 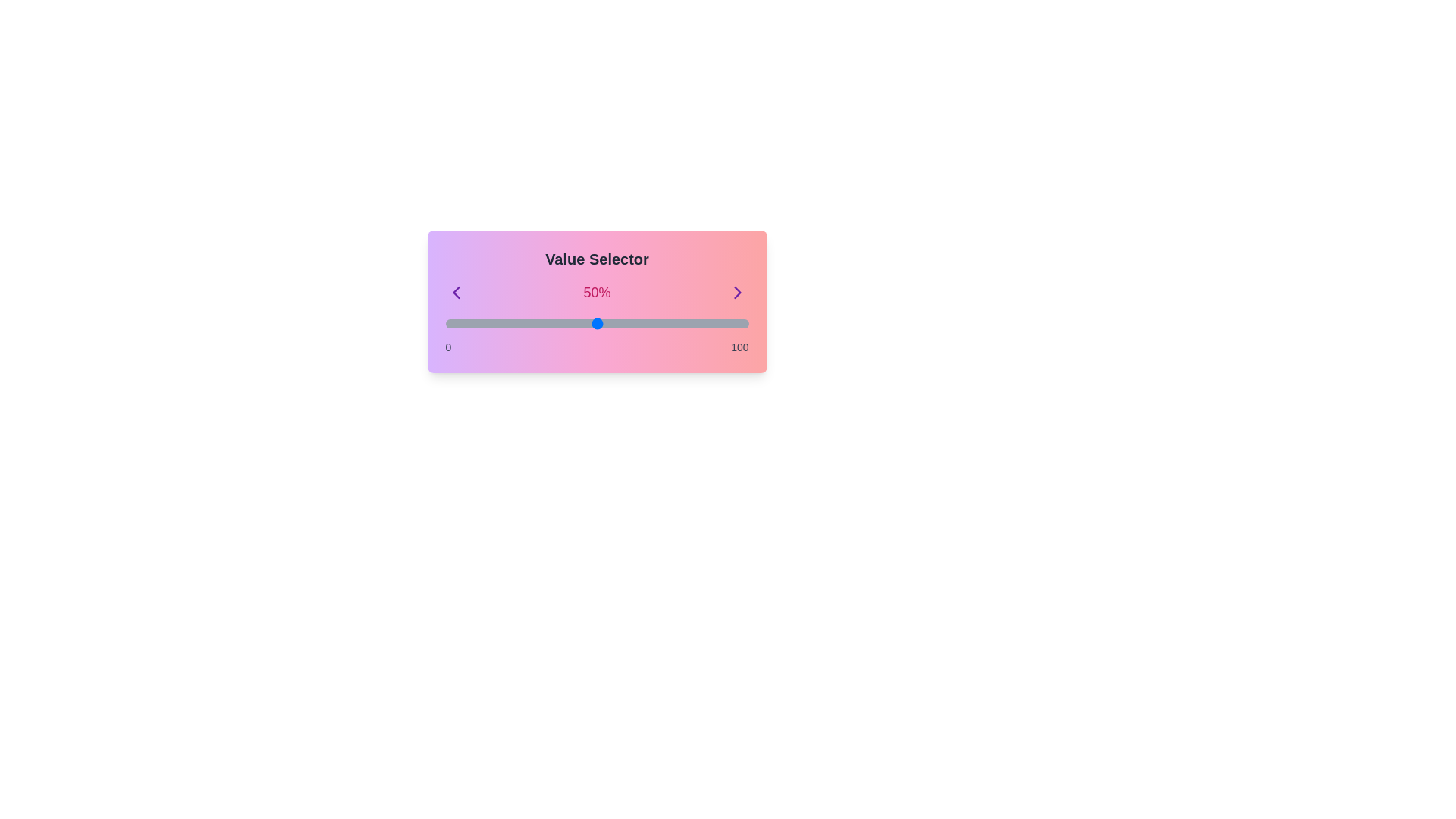 I want to click on the slider to set the value to 64, so click(x=639, y=323).